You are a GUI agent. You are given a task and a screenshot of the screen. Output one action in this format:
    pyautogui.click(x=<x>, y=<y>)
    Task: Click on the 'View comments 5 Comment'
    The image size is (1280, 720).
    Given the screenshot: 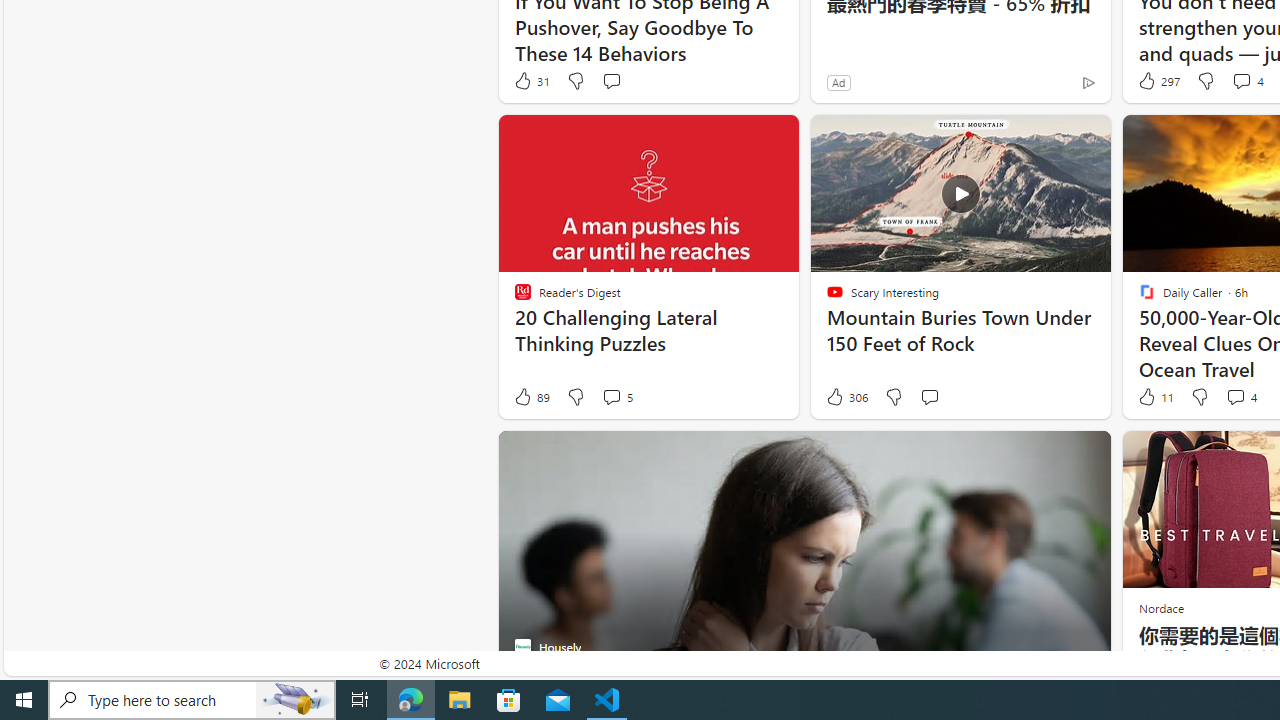 What is the action you would take?
    pyautogui.click(x=615, y=397)
    